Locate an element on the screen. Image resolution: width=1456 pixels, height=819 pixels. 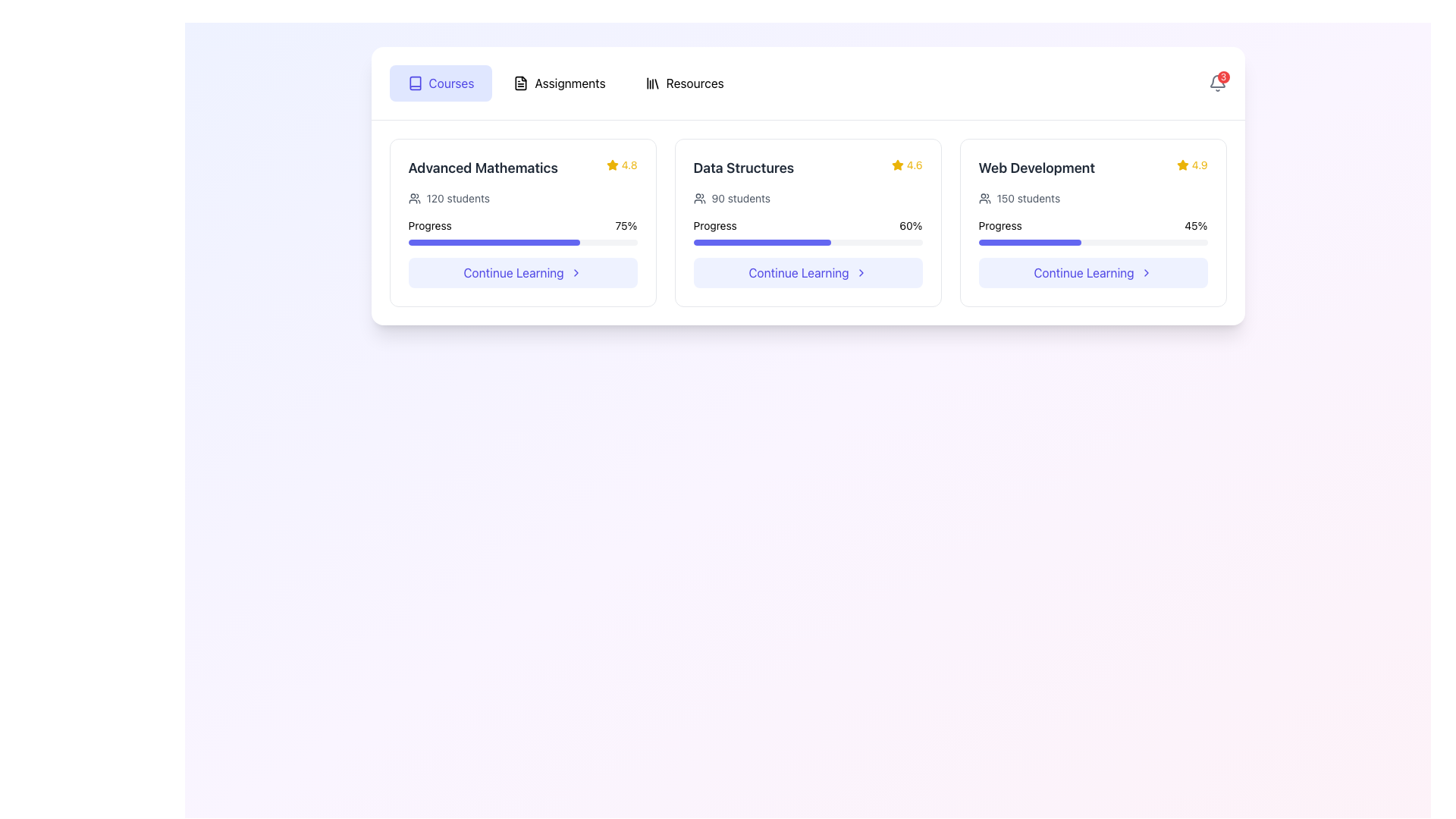
the Information Display Component that shows '150 students' and 'Progress 45%' located in the 'Web Development' card is located at coordinates (1093, 218).